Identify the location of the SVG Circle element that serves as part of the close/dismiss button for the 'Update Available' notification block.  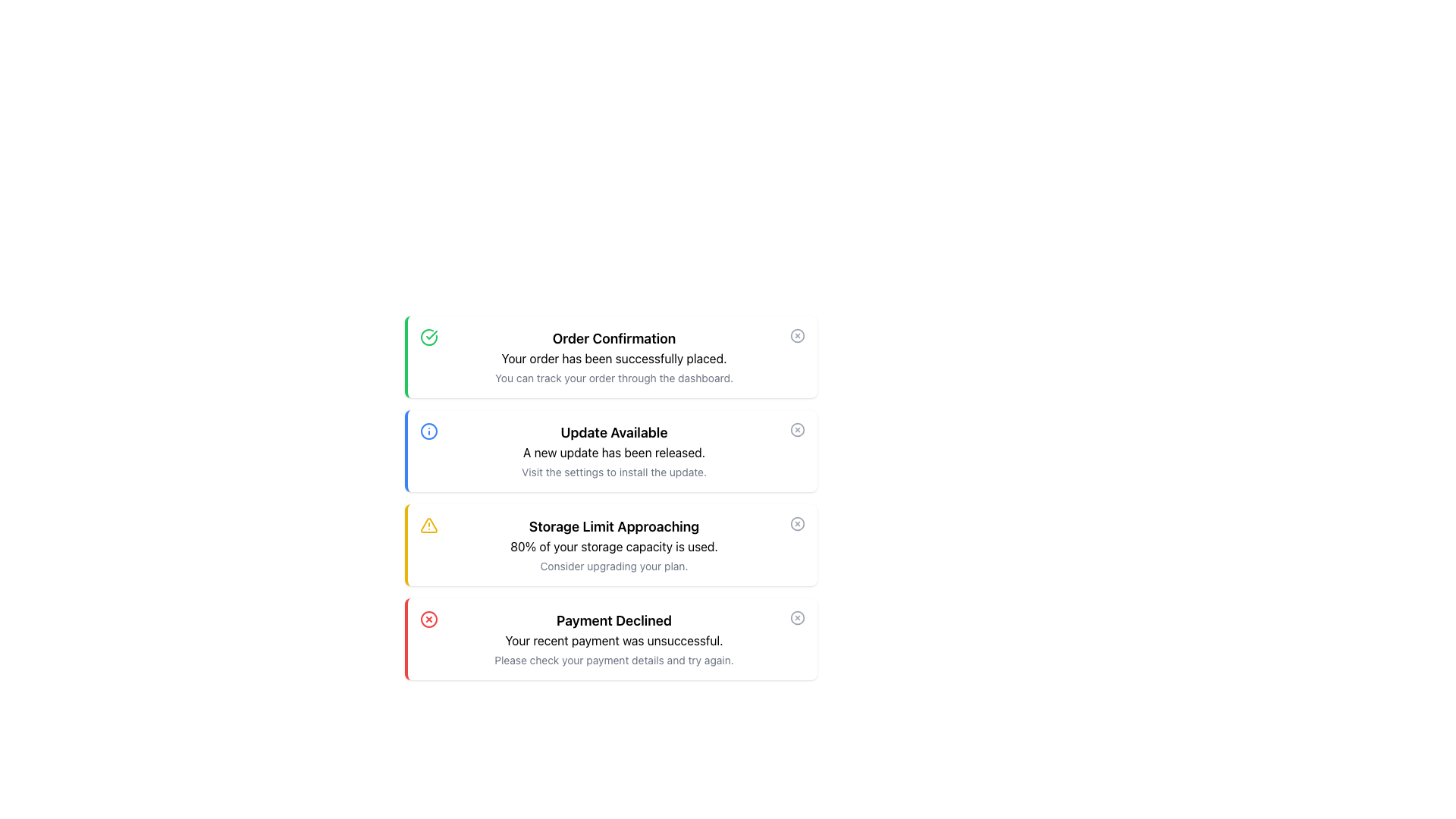
(796, 430).